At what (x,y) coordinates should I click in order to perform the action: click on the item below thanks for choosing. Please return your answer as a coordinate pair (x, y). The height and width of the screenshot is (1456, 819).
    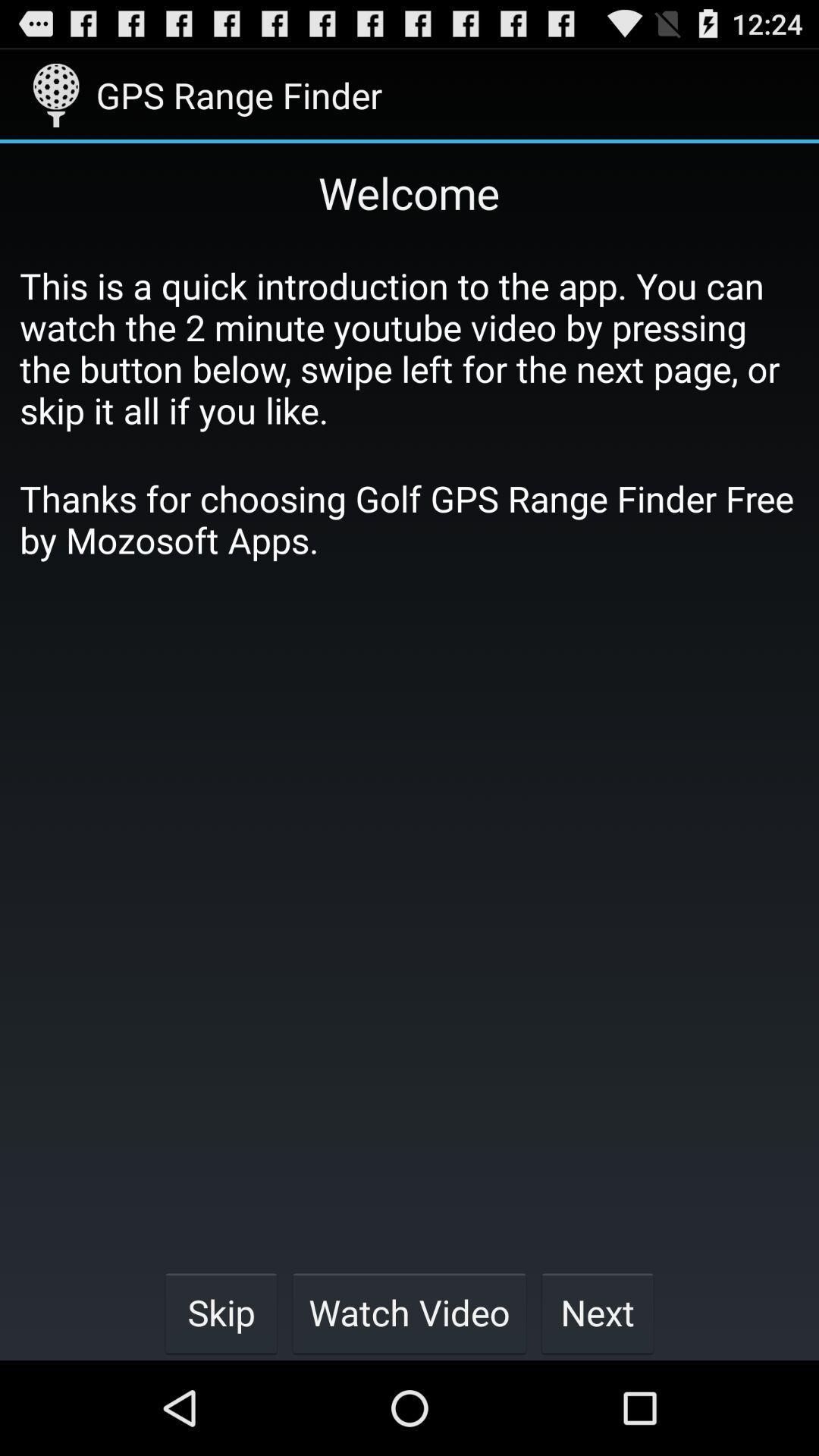
    Looking at the image, I should click on (221, 1312).